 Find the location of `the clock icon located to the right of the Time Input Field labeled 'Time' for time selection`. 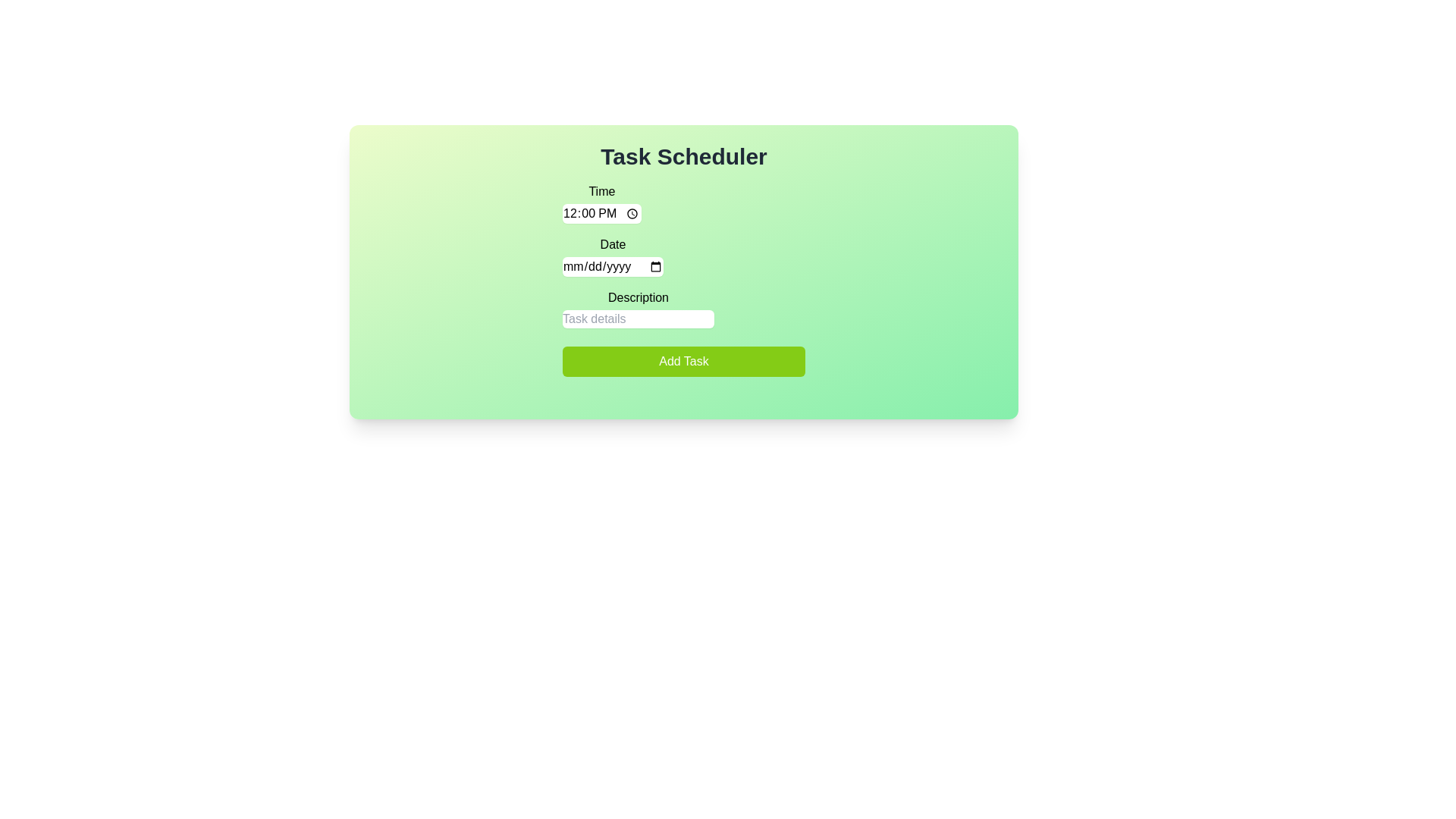

the clock icon located to the right of the Time Input Field labeled 'Time' for time selection is located at coordinates (601, 202).